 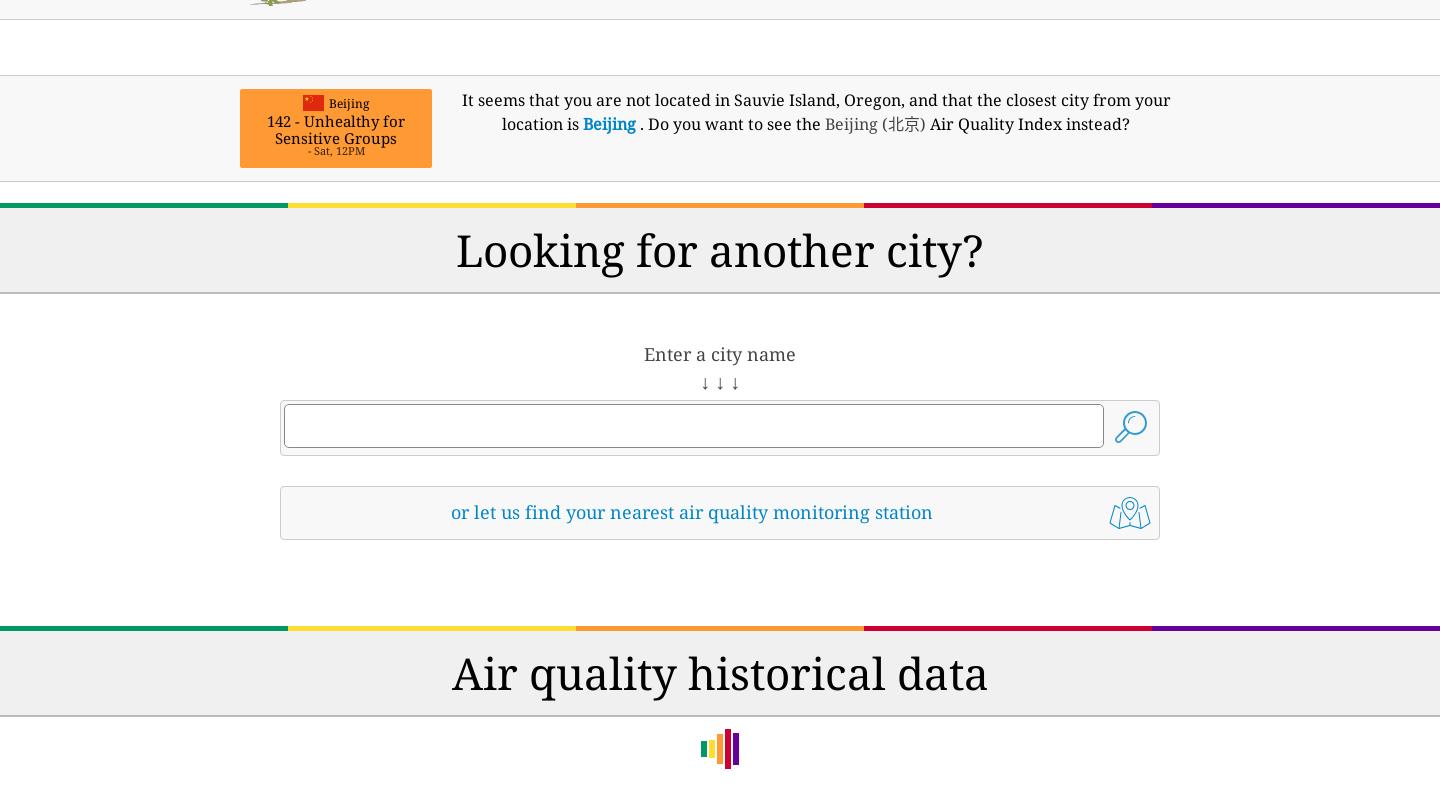 I want to click on 'It seems that you are not located in', so click(x=597, y=99).